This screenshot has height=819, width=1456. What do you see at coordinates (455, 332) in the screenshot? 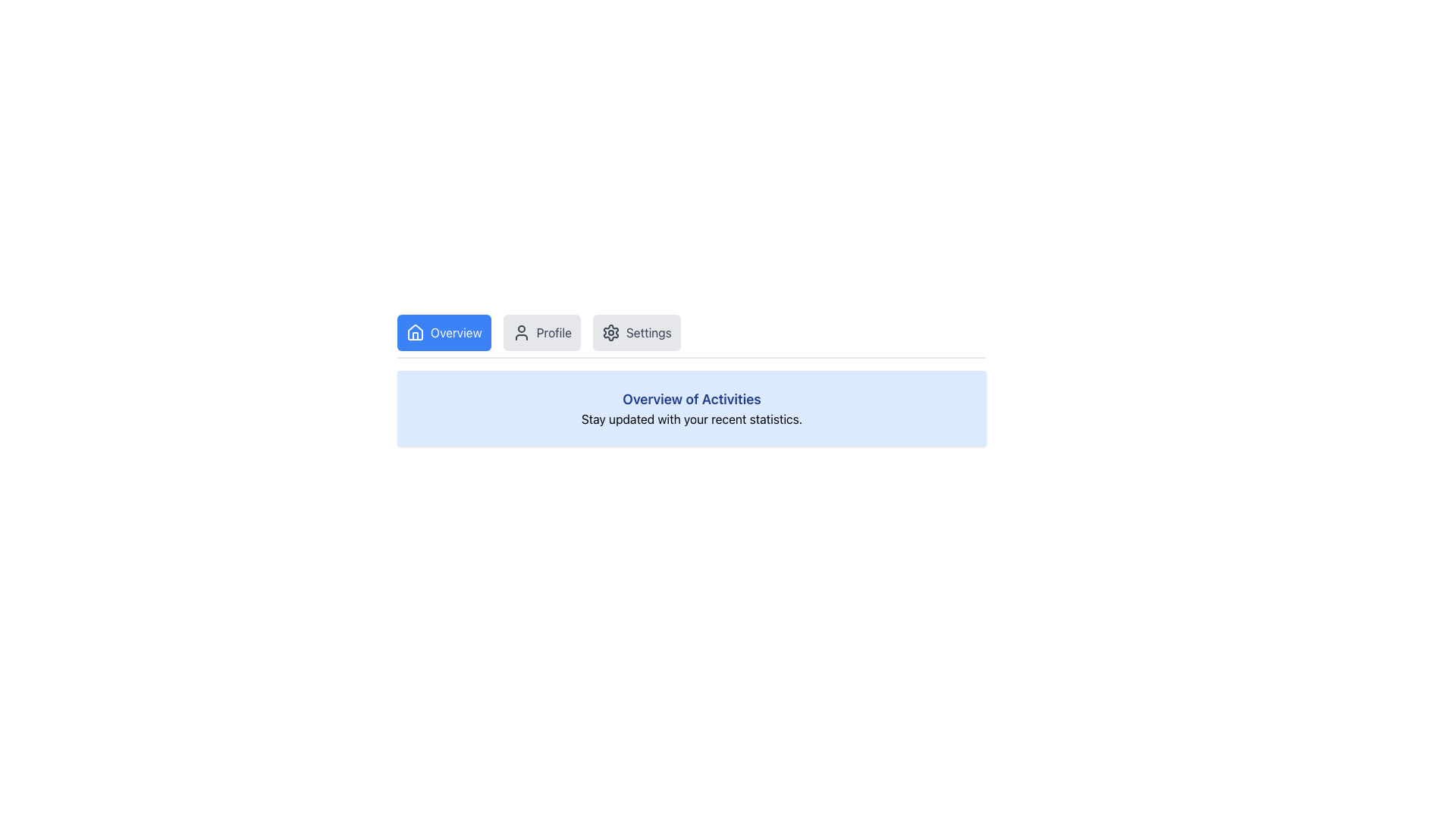
I see `the 'Overview' text label, which is located on a vibrant blue rounded rectangular button in the navigation bar, to potentially reveal additional information or visual feedback` at bounding box center [455, 332].